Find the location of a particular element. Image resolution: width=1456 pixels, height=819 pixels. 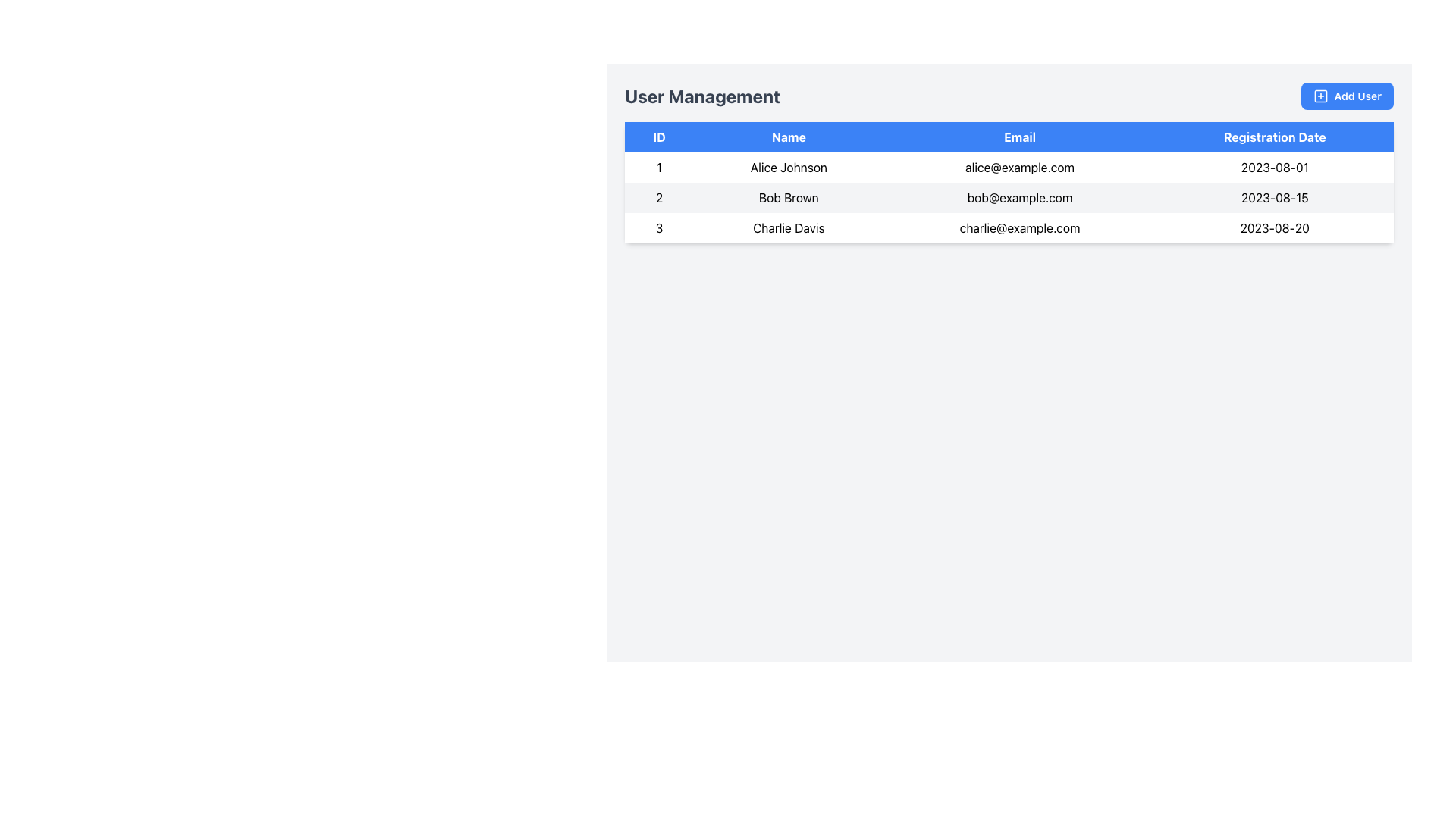

the Text Label displaying the email for user 'Bob Brown' in the user management interface is located at coordinates (1020, 197).